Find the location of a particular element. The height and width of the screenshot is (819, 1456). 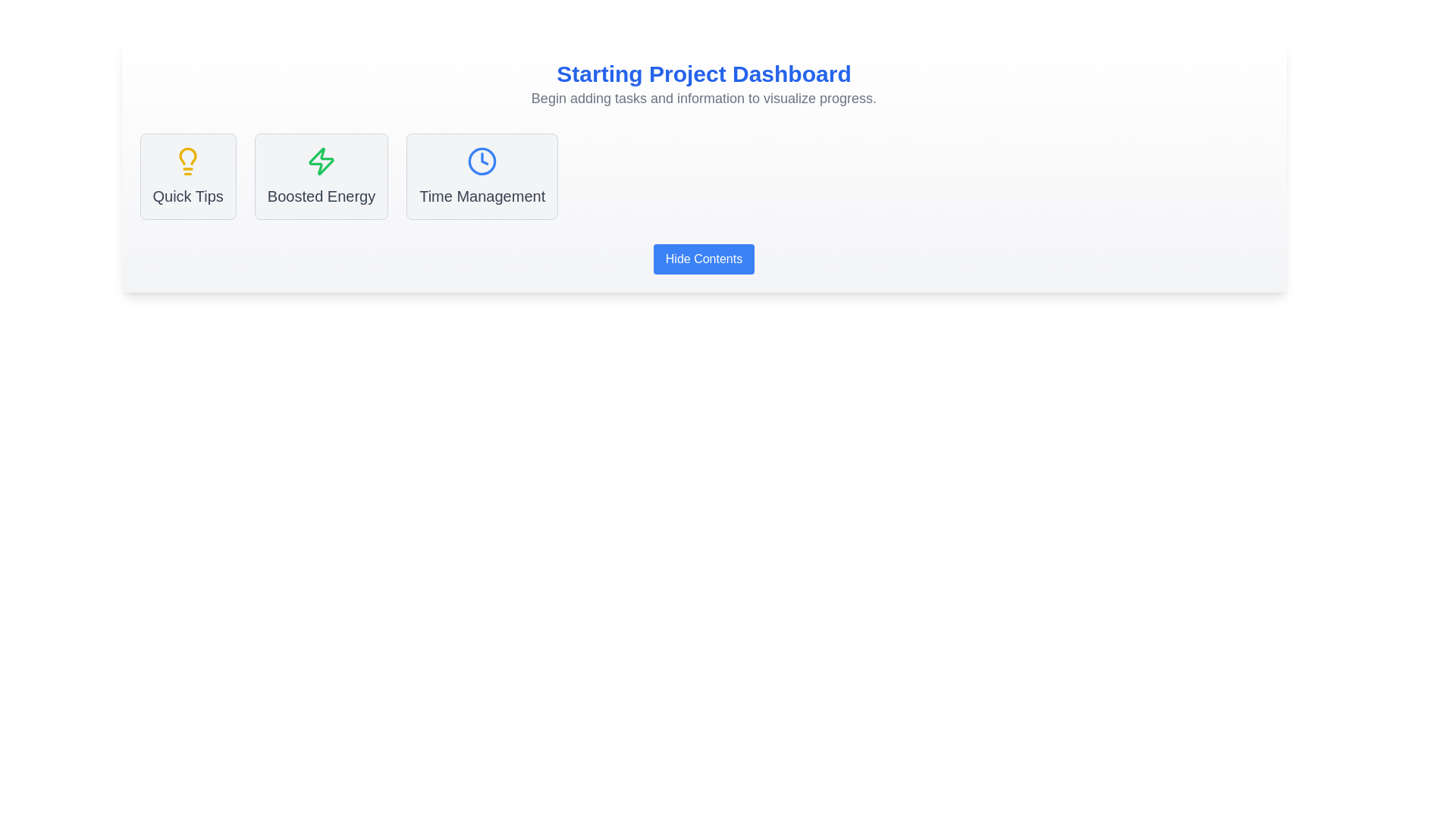

the interactive card labeled 'Boosted Energy' which features a green lightning bolt icon at the top and is positioned centrally between 'Quick Tips' and 'Time Management' is located at coordinates (320, 175).